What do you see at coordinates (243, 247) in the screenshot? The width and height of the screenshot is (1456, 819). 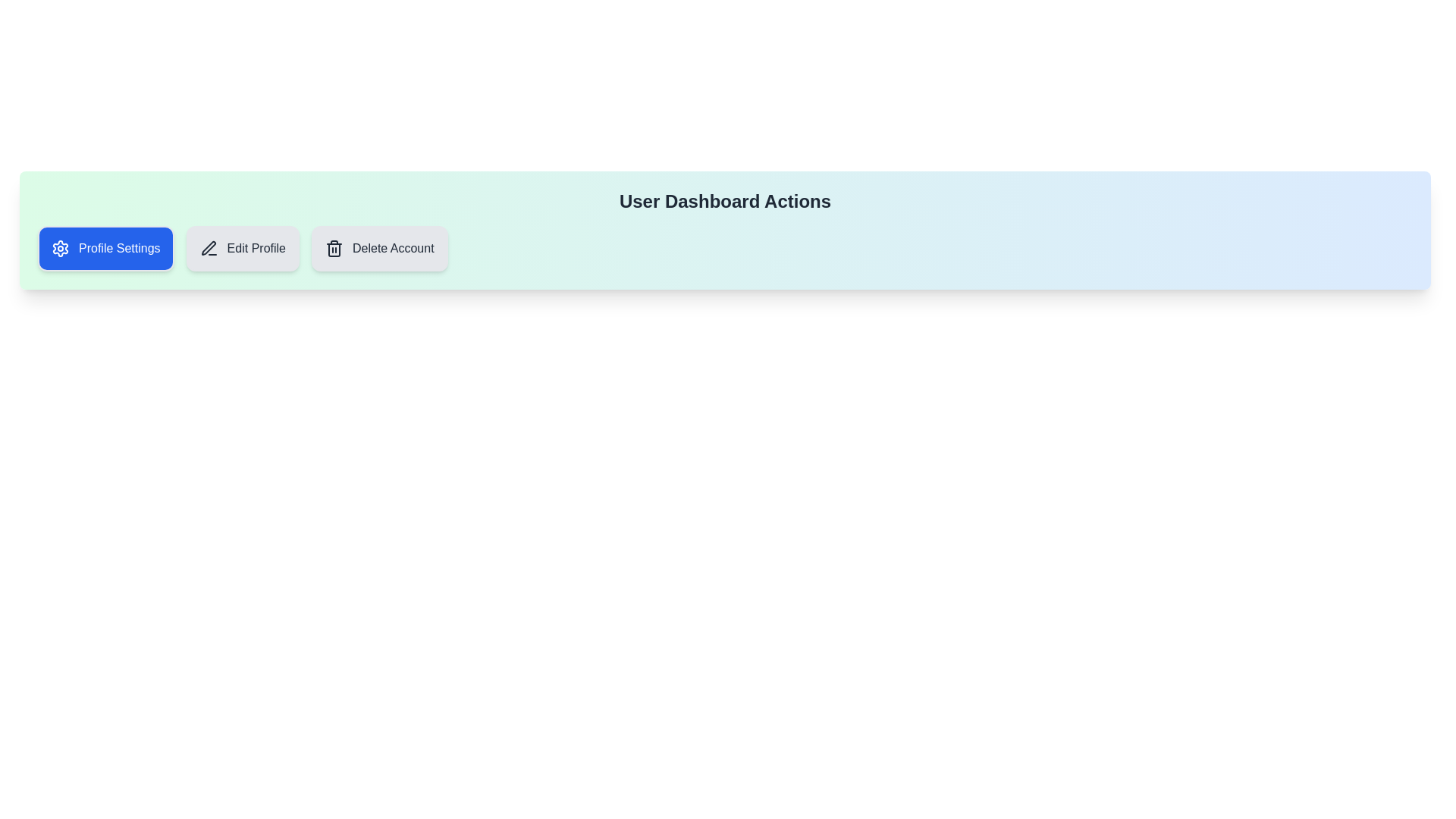 I see `the chip labeled Edit Profile` at bounding box center [243, 247].